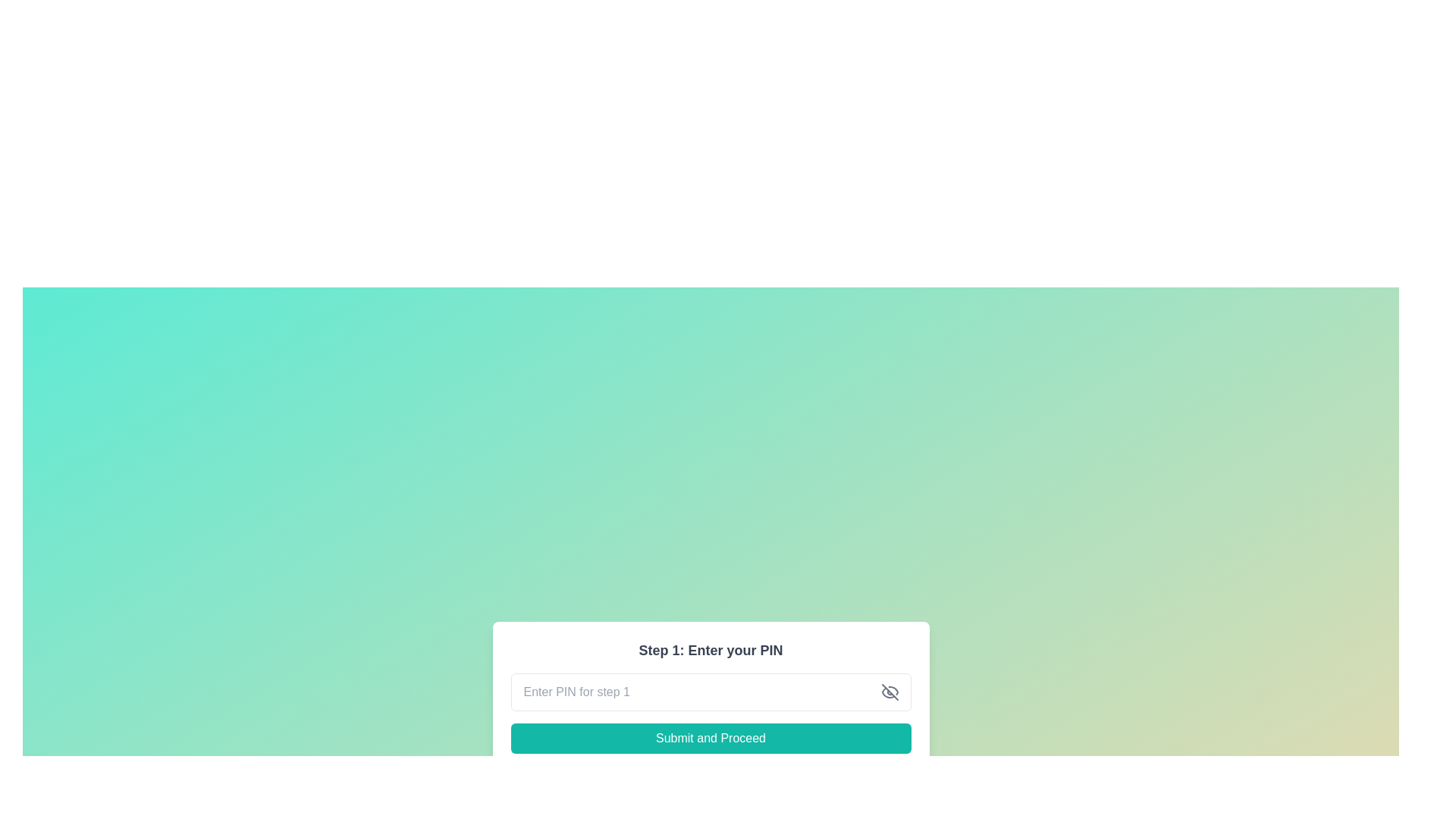 This screenshot has width=1456, height=819. Describe the element at coordinates (888, 692) in the screenshot. I see `the visibility toggle icon adjacent to the text input field for accessibility purposes` at that location.